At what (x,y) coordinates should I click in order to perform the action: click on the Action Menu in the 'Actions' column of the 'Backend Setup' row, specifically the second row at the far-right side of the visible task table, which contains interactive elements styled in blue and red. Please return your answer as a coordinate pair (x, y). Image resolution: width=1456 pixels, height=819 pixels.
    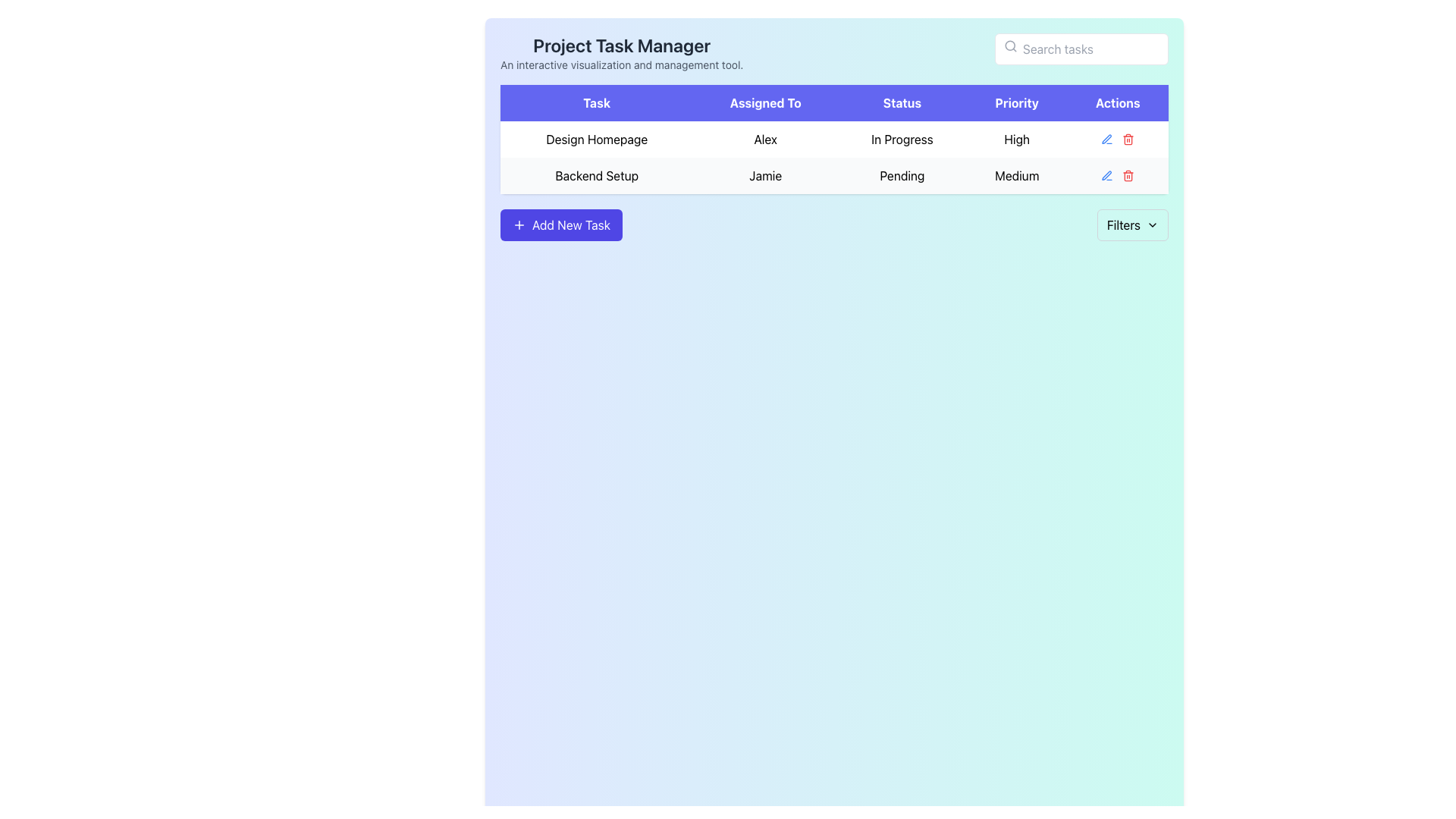
    Looking at the image, I should click on (1118, 174).